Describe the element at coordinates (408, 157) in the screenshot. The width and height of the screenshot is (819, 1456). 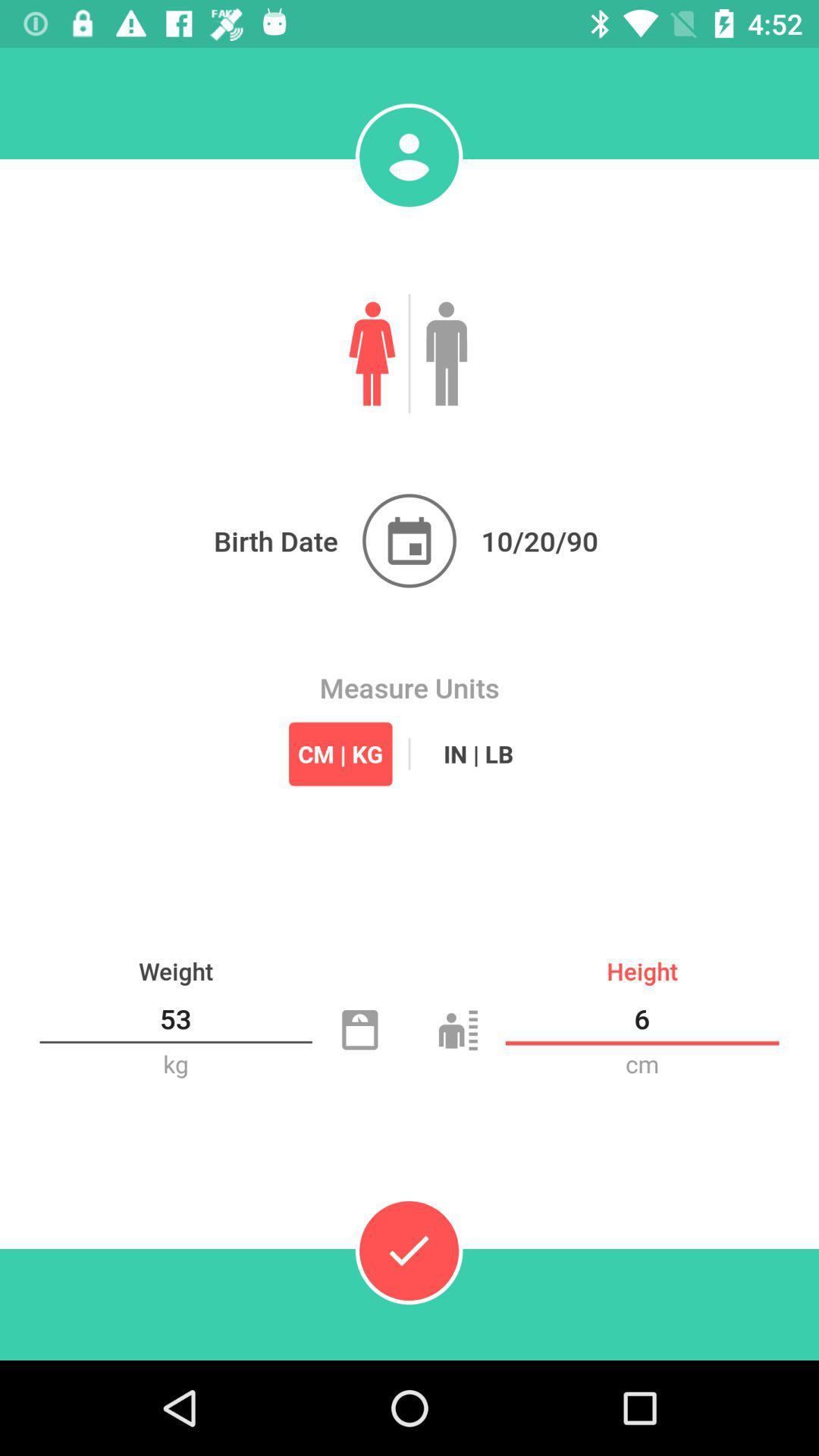
I see `profile` at that location.